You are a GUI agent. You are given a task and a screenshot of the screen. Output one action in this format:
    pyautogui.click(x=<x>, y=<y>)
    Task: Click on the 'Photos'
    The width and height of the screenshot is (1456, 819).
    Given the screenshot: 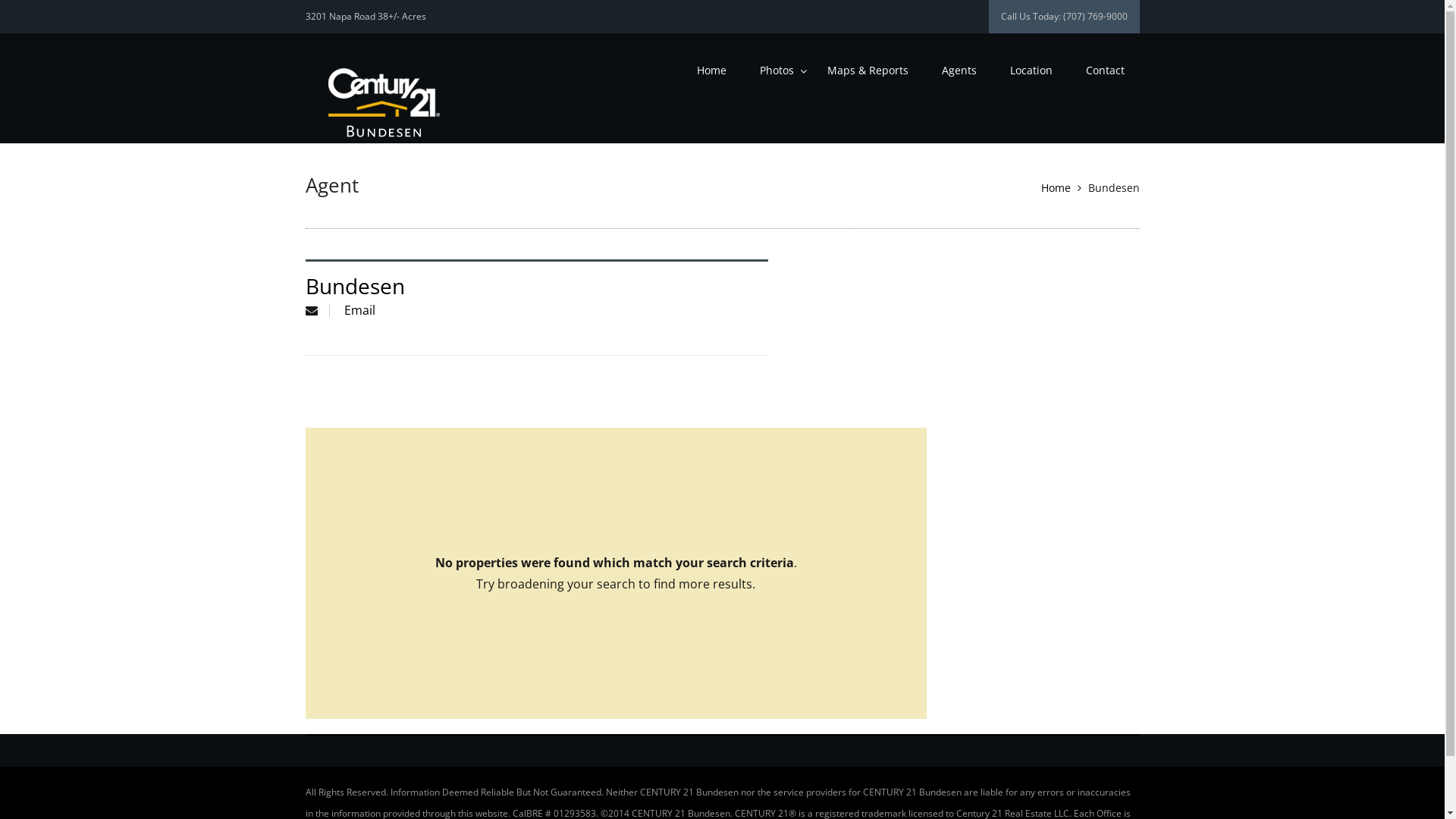 What is the action you would take?
    pyautogui.click(x=745, y=70)
    